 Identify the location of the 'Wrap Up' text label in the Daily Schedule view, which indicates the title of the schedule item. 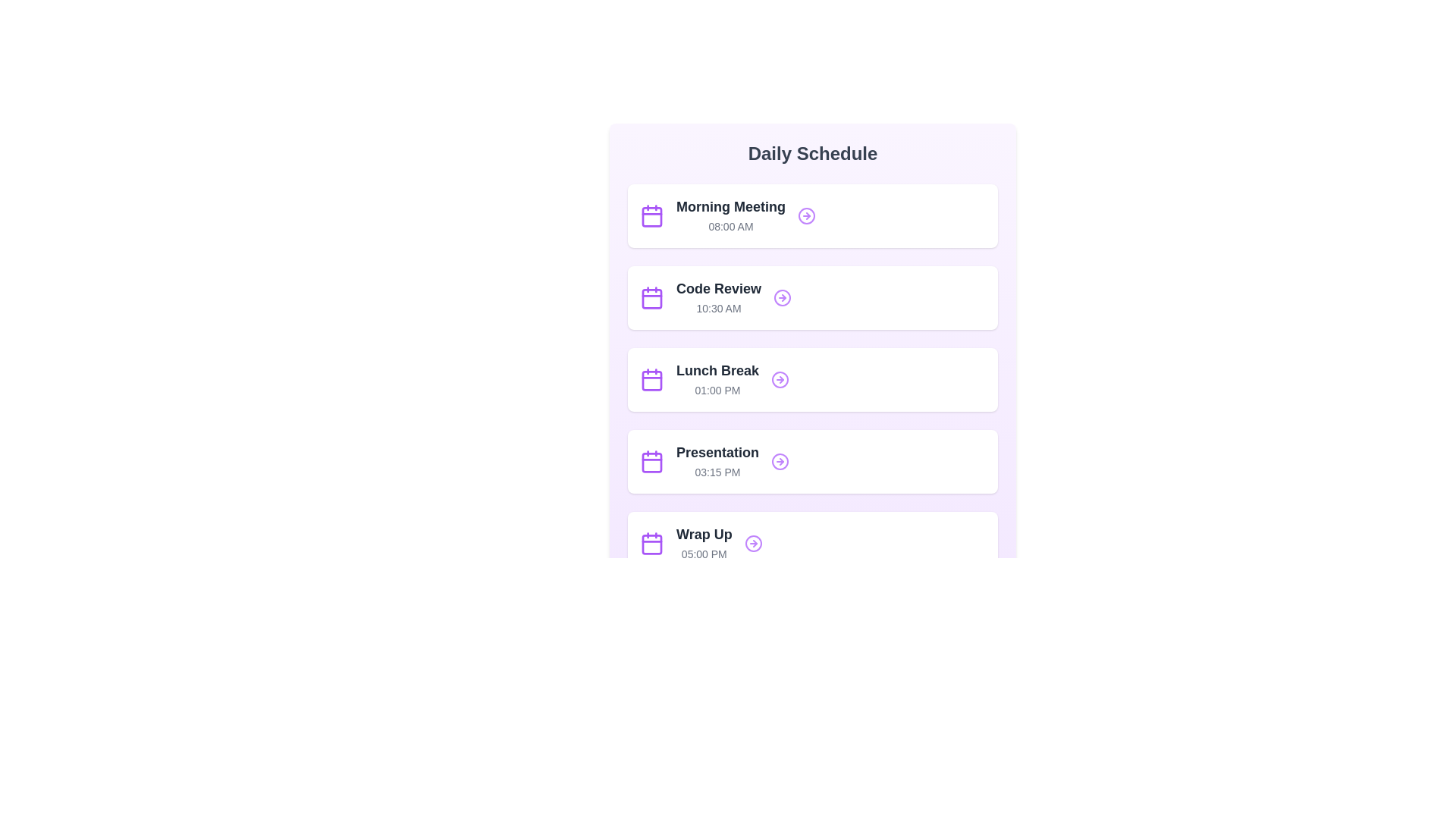
(703, 534).